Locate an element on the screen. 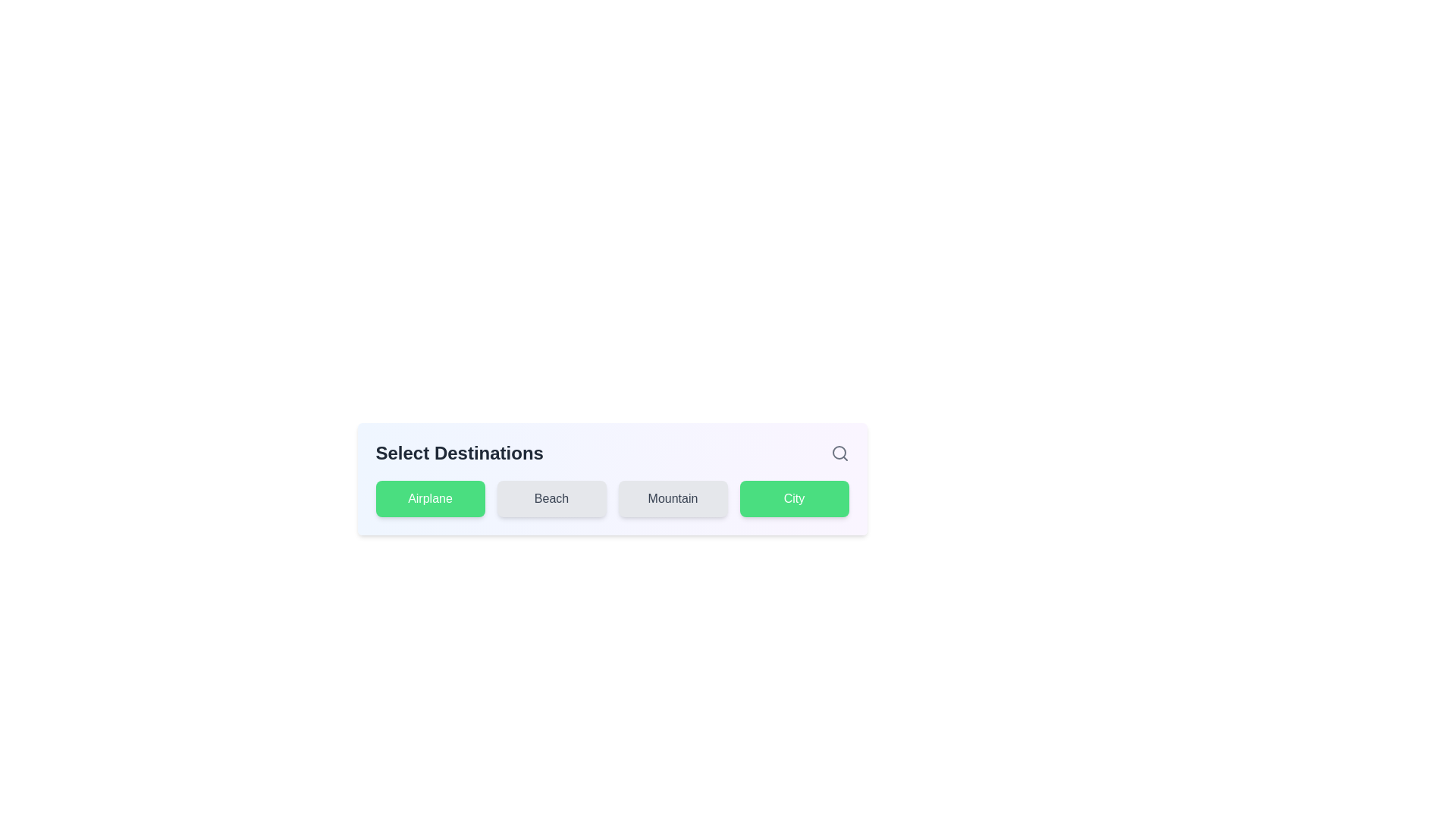  the item labeled Beach in the grid is located at coordinates (551, 499).